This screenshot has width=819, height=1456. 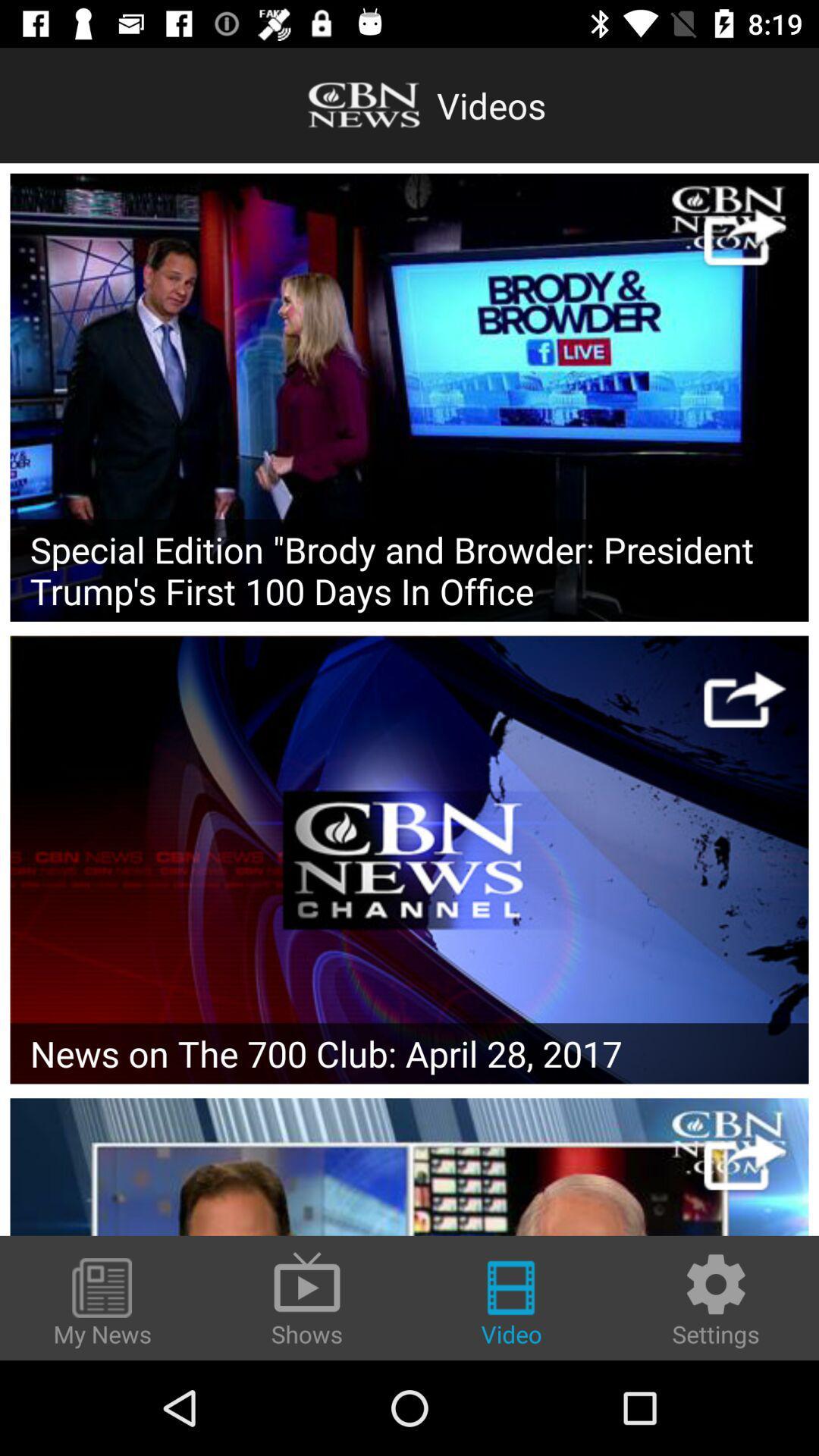 What do you see at coordinates (409, 397) in the screenshot?
I see `video` at bounding box center [409, 397].